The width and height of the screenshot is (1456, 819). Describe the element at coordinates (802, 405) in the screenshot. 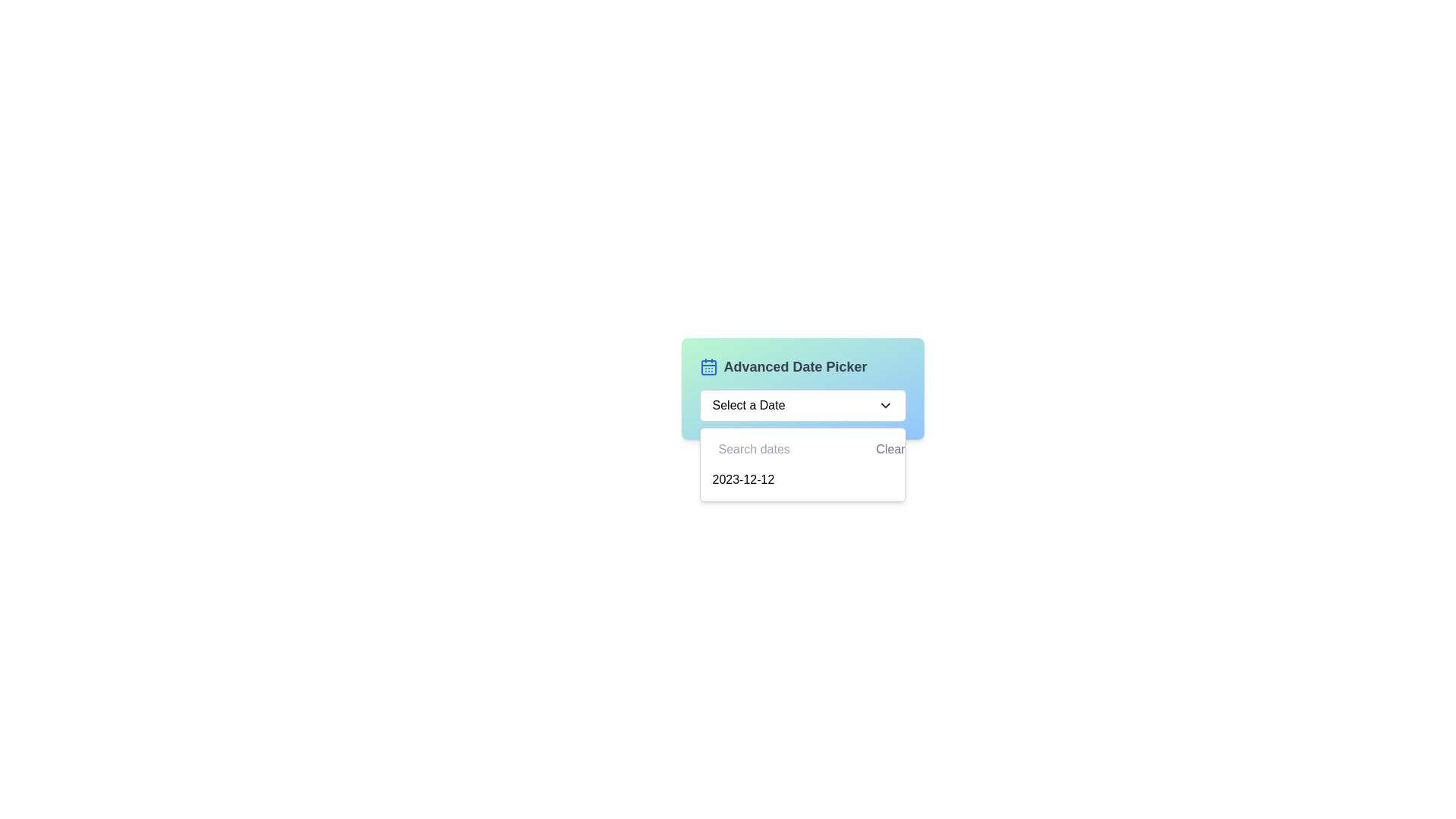

I see `the dropdown menu labeled 'Select a Date'` at that location.